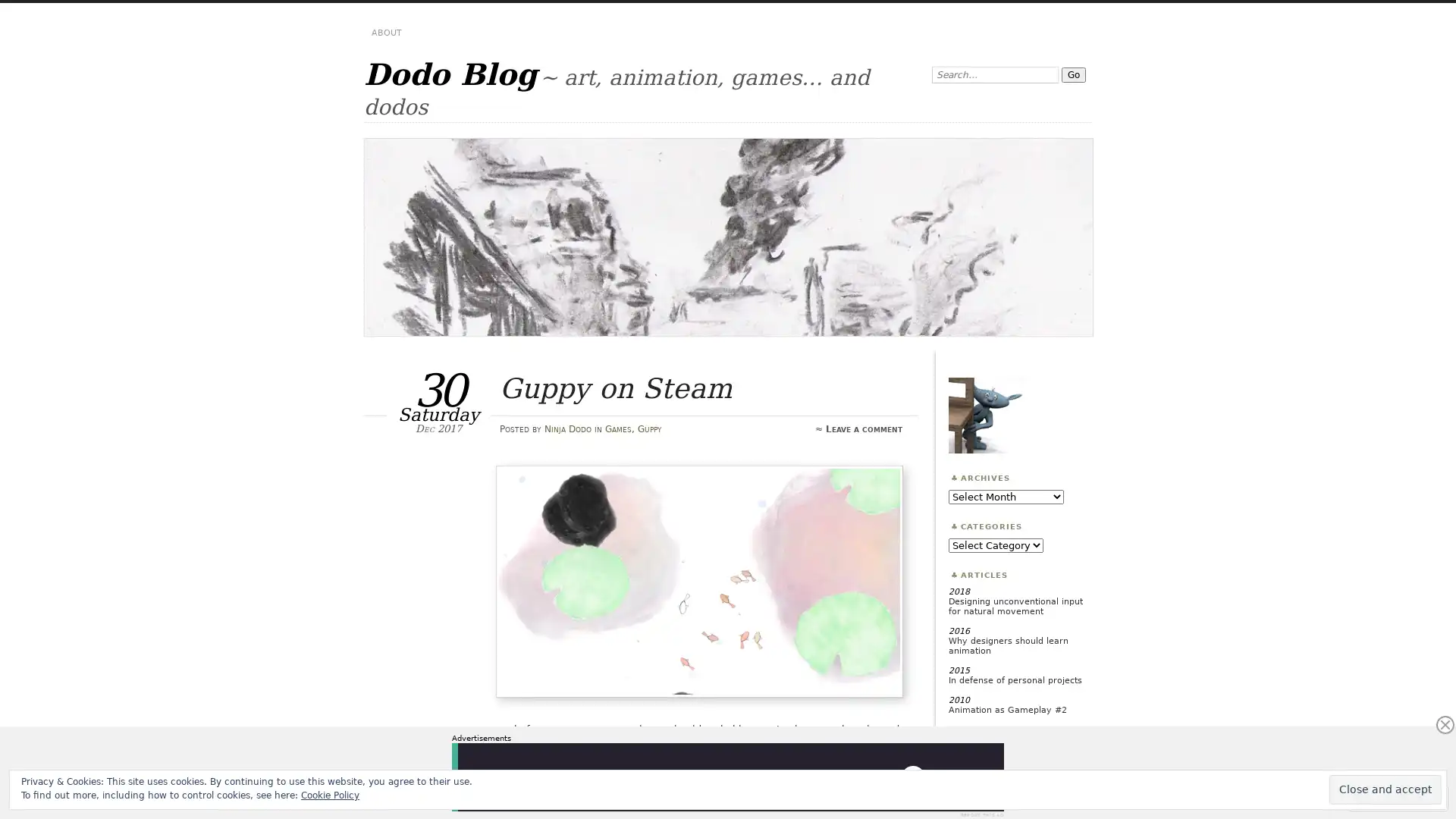  Describe the element at coordinates (1384, 788) in the screenshot. I see `Close and accept` at that location.